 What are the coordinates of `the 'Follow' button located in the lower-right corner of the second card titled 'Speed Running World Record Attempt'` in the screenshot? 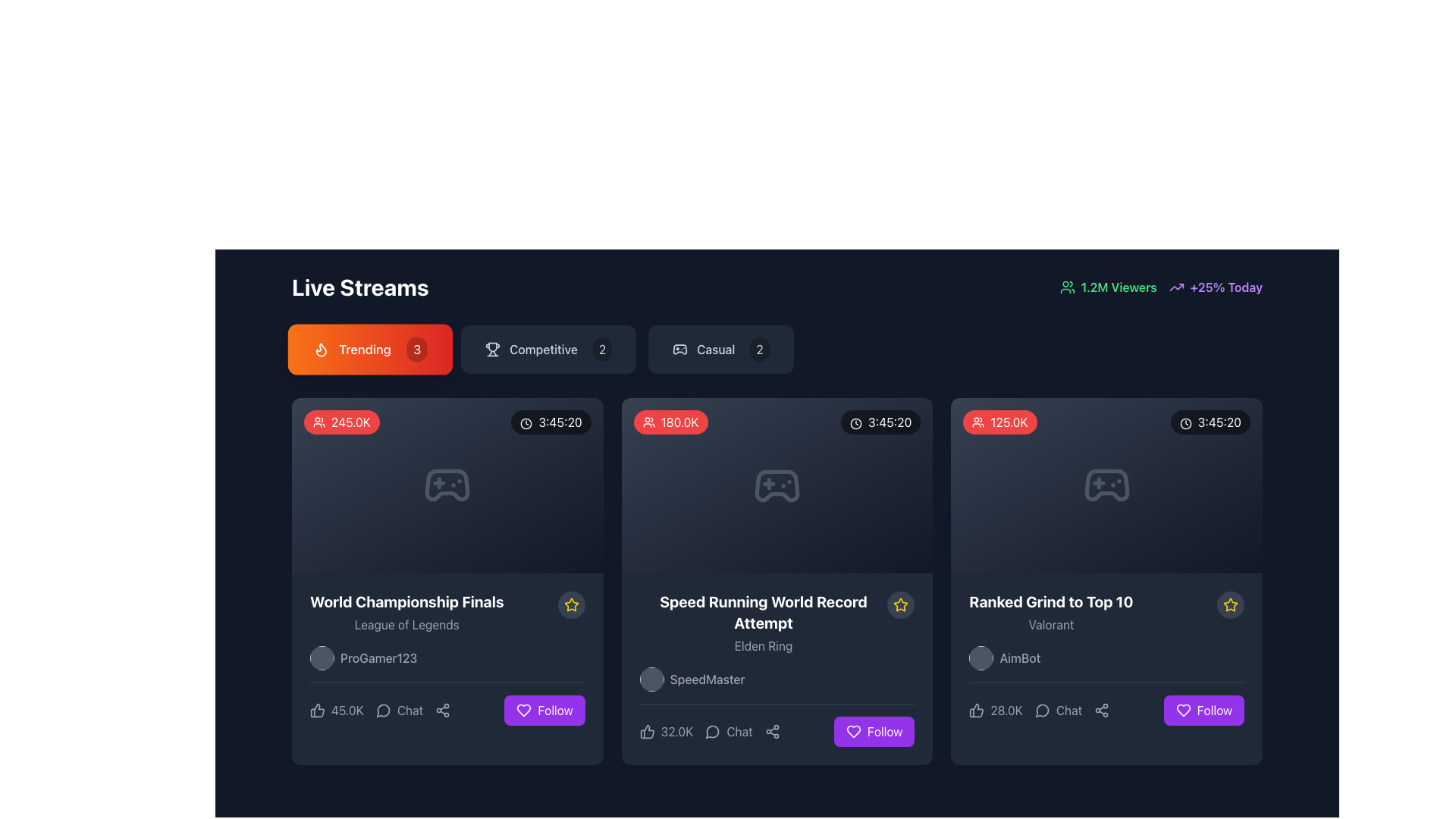 It's located at (874, 730).